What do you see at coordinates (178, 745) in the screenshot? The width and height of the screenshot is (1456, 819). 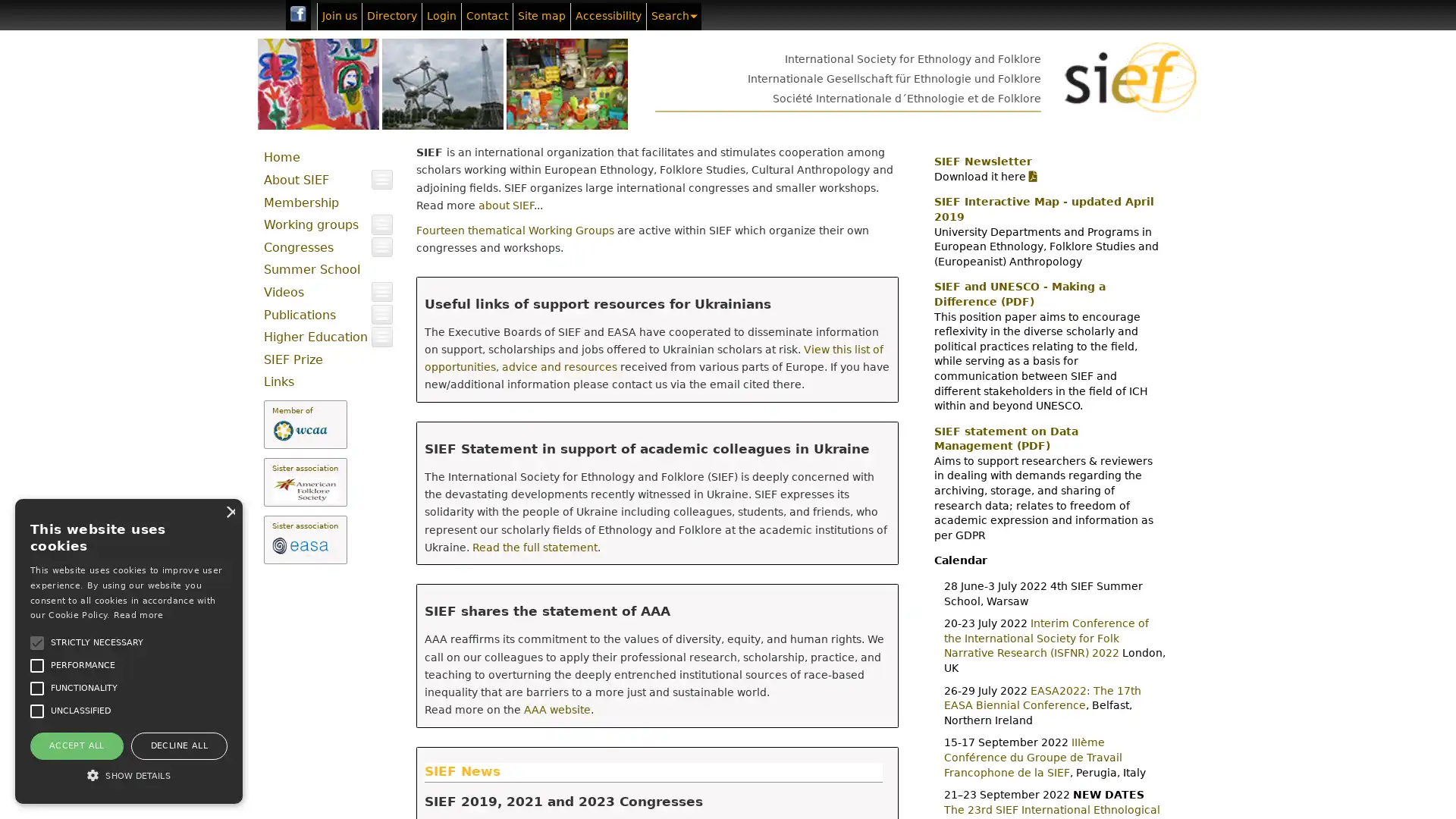 I see `DECLINE ALL` at bounding box center [178, 745].